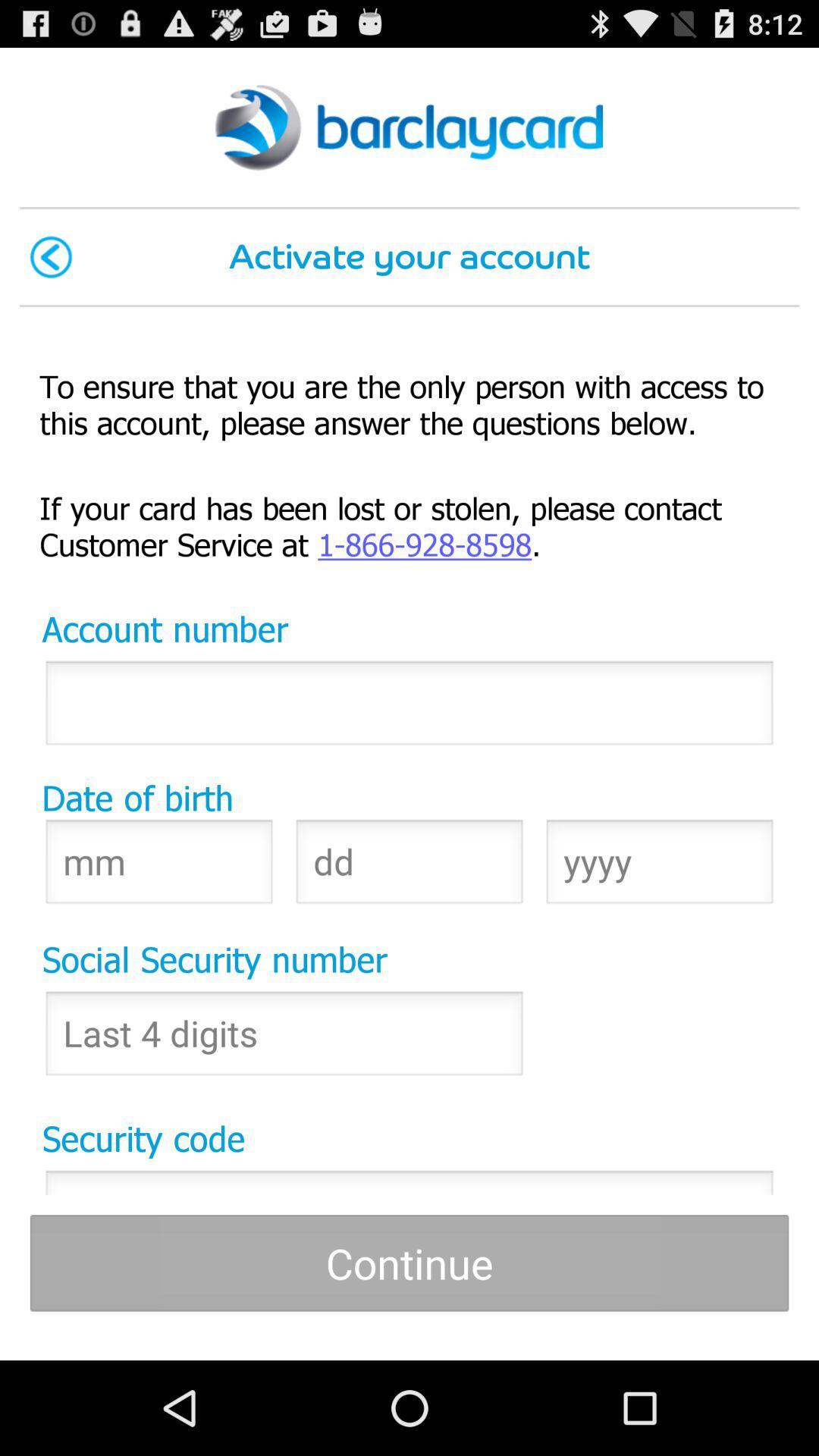 The image size is (819, 1456). What do you see at coordinates (50, 257) in the screenshot?
I see `icon next to activate your account` at bounding box center [50, 257].